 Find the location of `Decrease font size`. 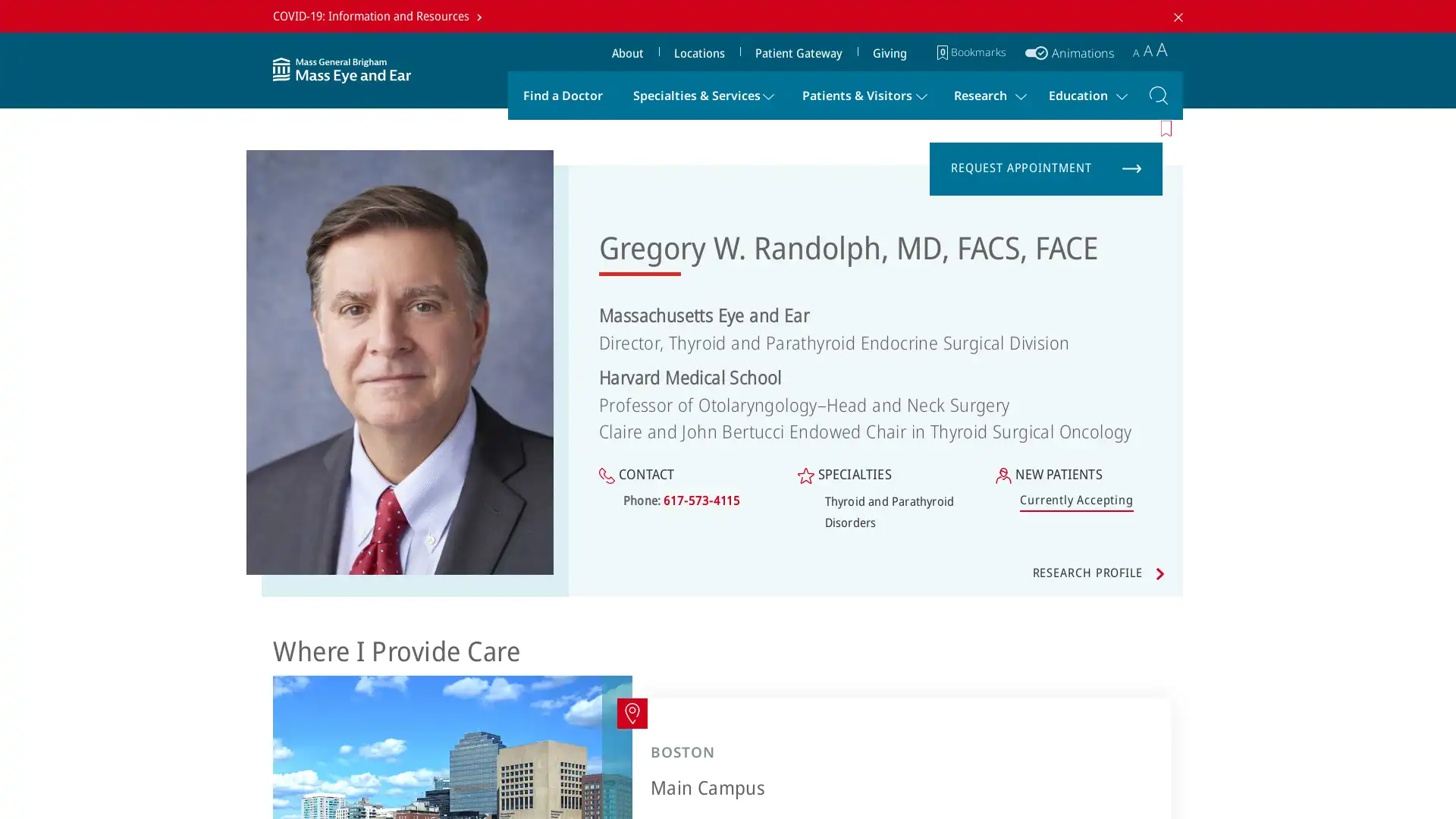

Decrease font size is located at coordinates (1136, 52).